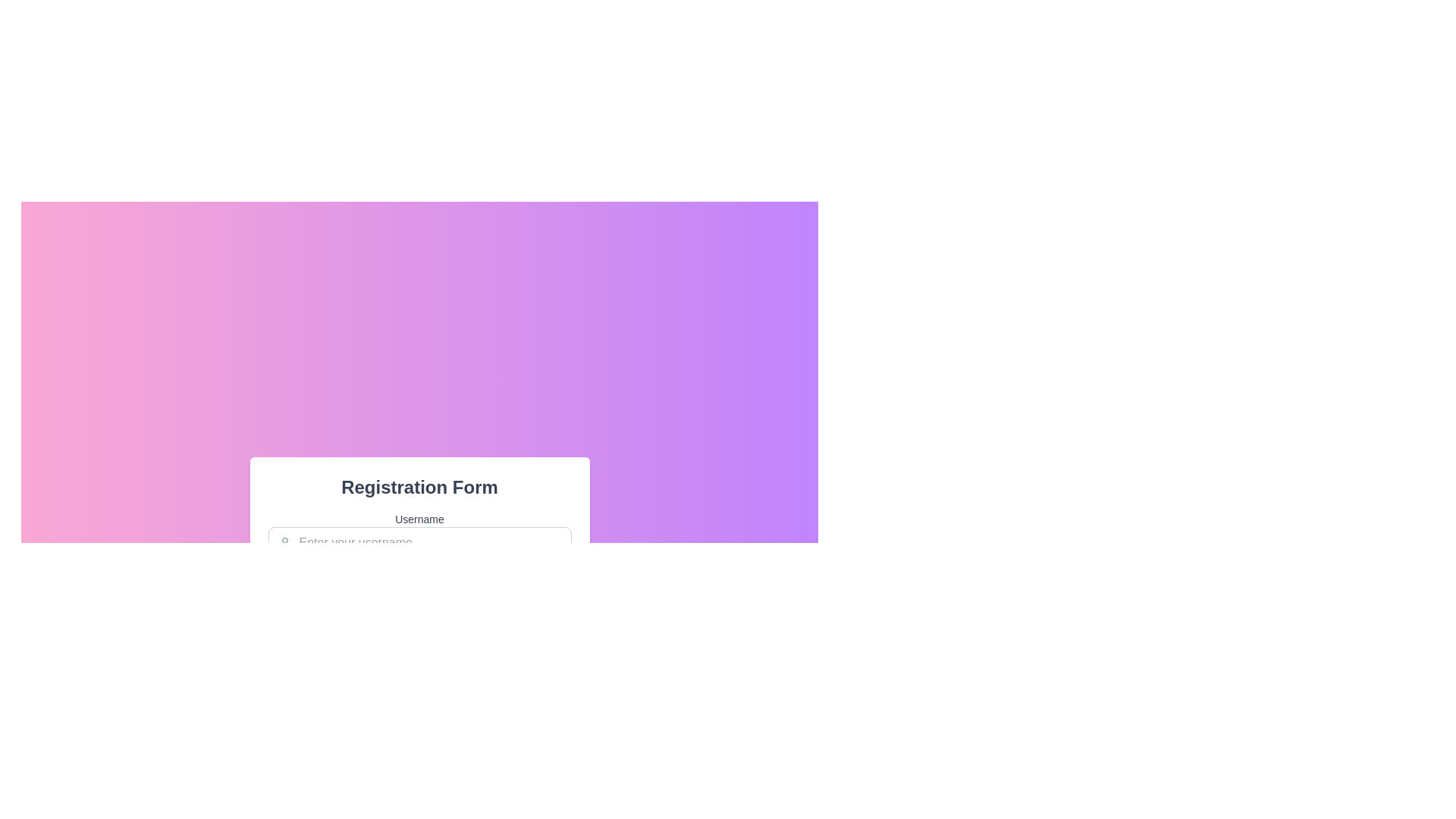  Describe the element at coordinates (284, 601) in the screenshot. I see `to select the decorative SVG rectangle element located near the bottom-left corner of the interface` at that location.